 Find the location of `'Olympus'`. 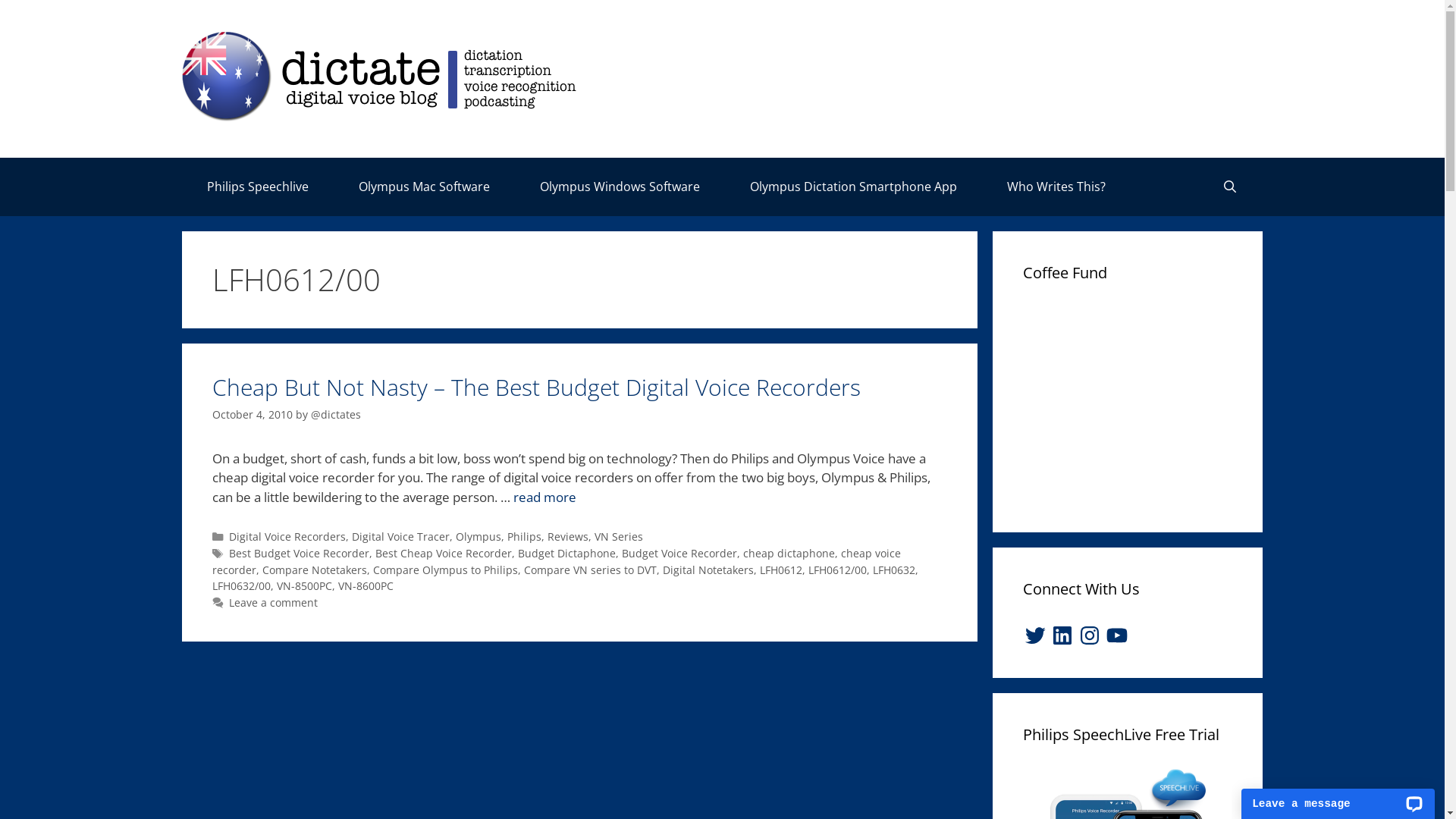

'Olympus' is located at coordinates (477, 535).